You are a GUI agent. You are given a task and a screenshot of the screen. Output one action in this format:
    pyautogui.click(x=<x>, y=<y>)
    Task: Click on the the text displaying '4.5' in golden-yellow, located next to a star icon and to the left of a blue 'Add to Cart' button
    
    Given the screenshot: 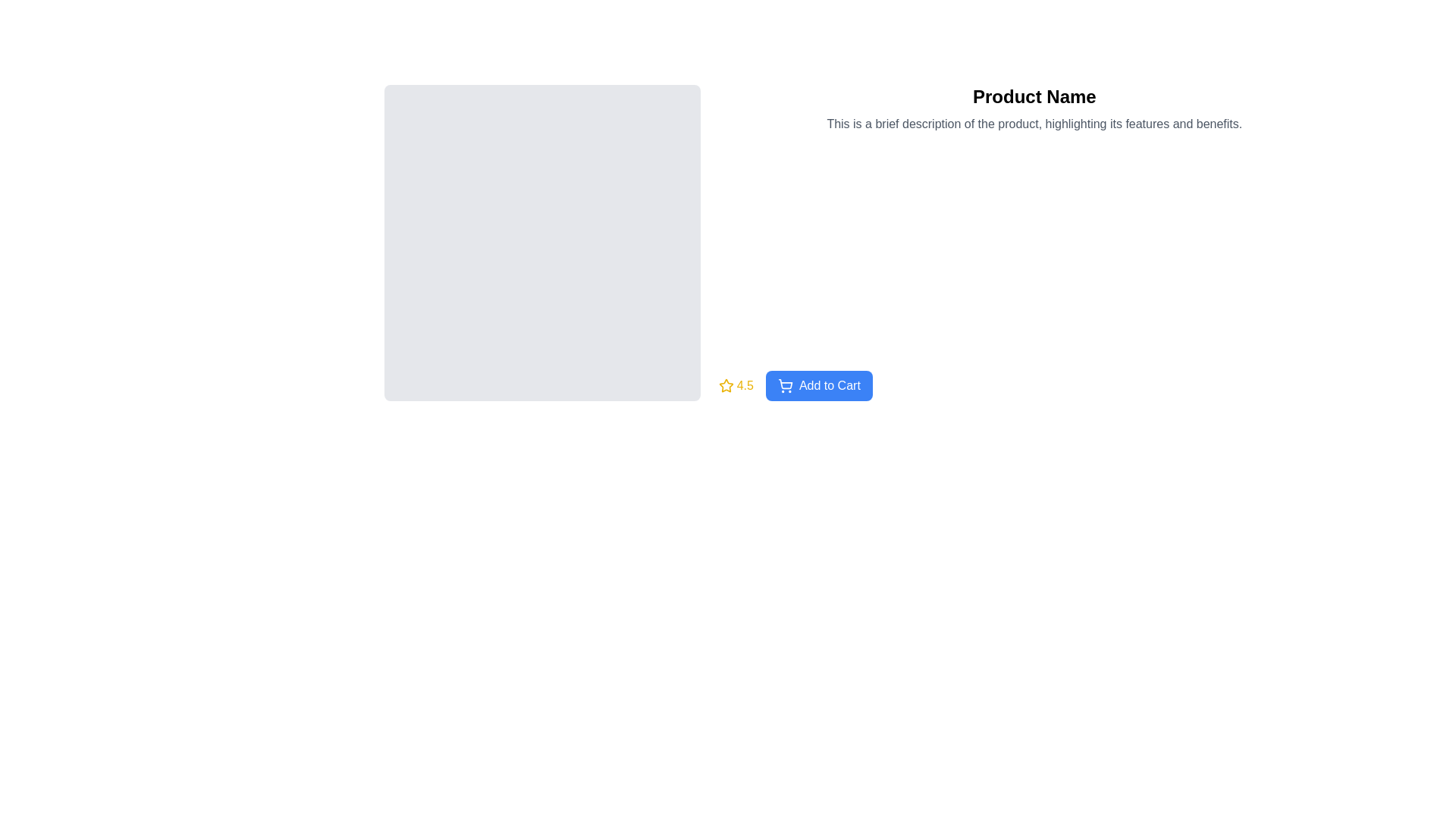 What is the action you would take?
    pyautogui.click(x=745, y=384)
    